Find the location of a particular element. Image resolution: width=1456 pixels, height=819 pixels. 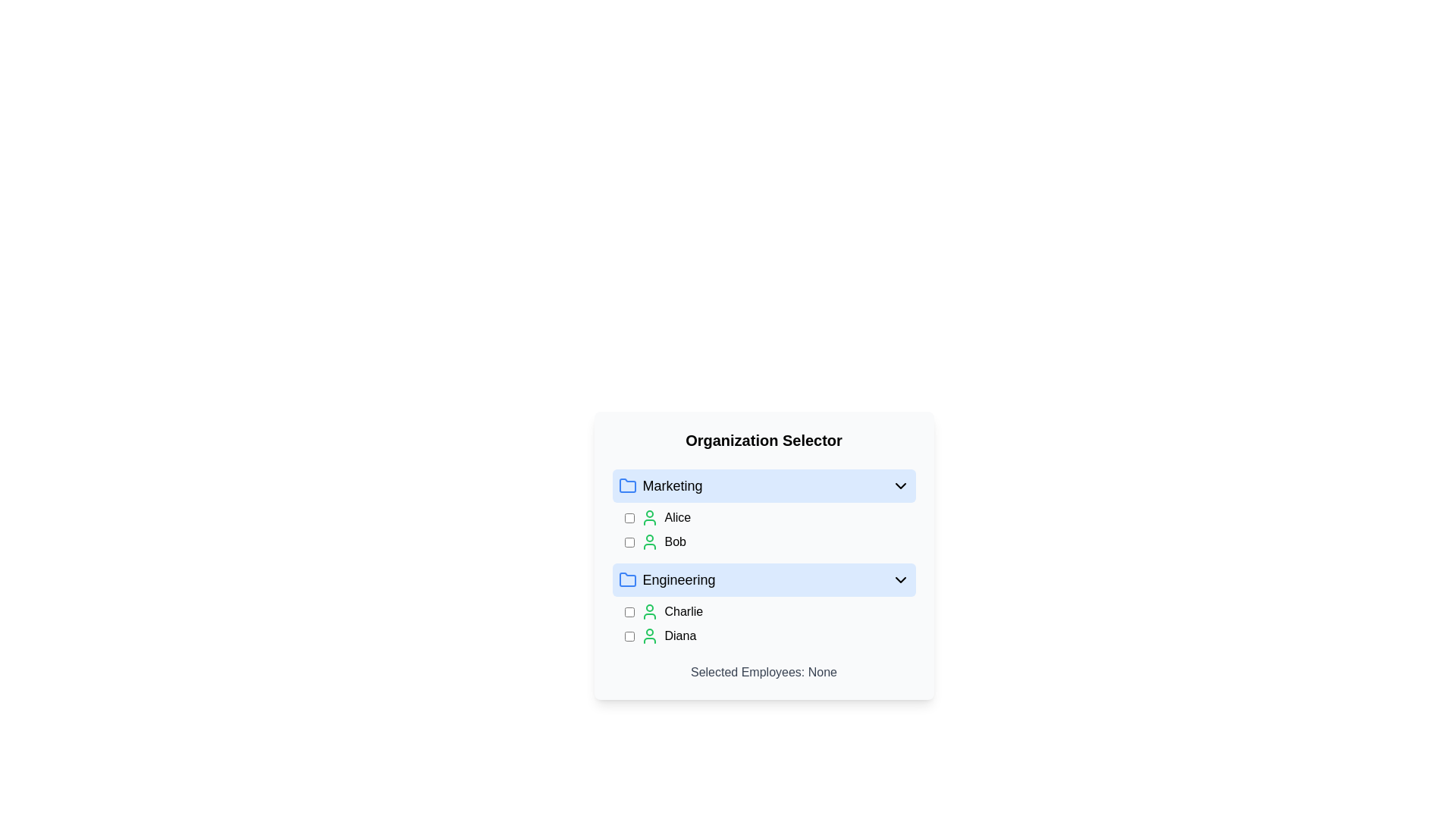

the 'Marketing' text label, which is adjacent to a blue folder icon and located within a blue-highlighted area beneath the 'Organization Selector' heading is located at coordinates (661, 485).